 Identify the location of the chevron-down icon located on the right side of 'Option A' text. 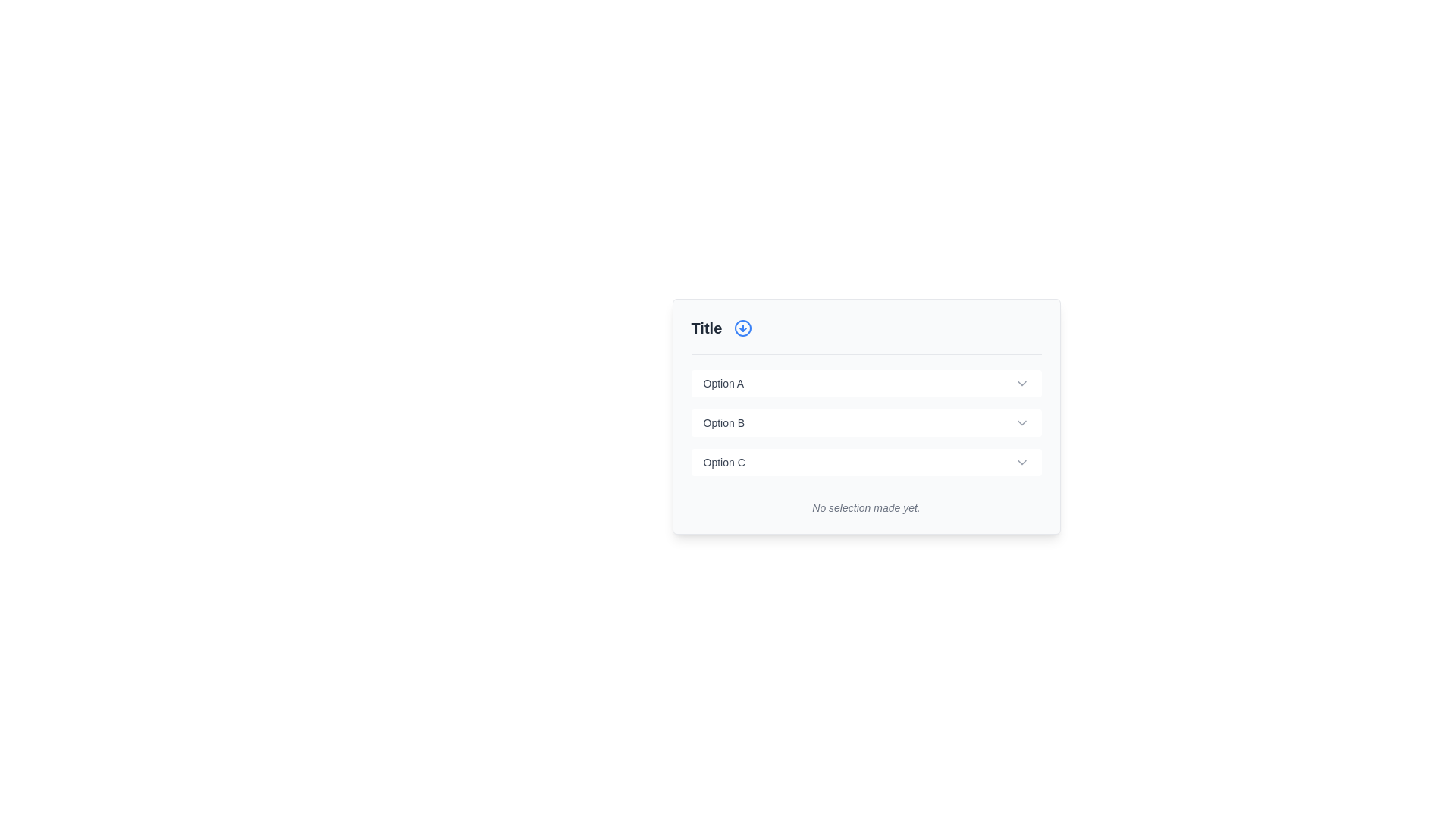
(1021, 382).